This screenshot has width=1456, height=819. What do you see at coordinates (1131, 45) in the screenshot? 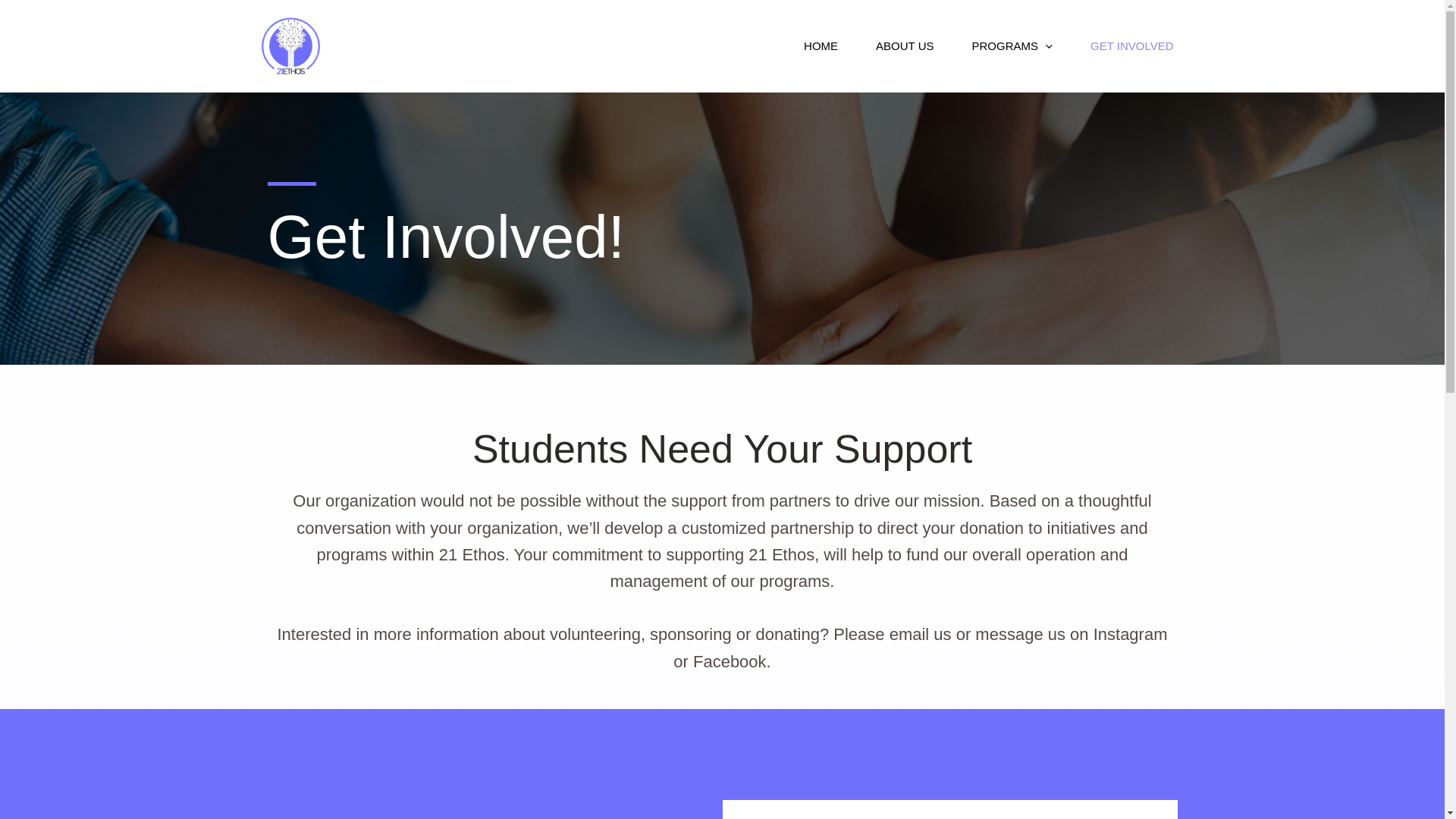
I see `'GET INVOLVED'` at bounding box center [1131, 45].